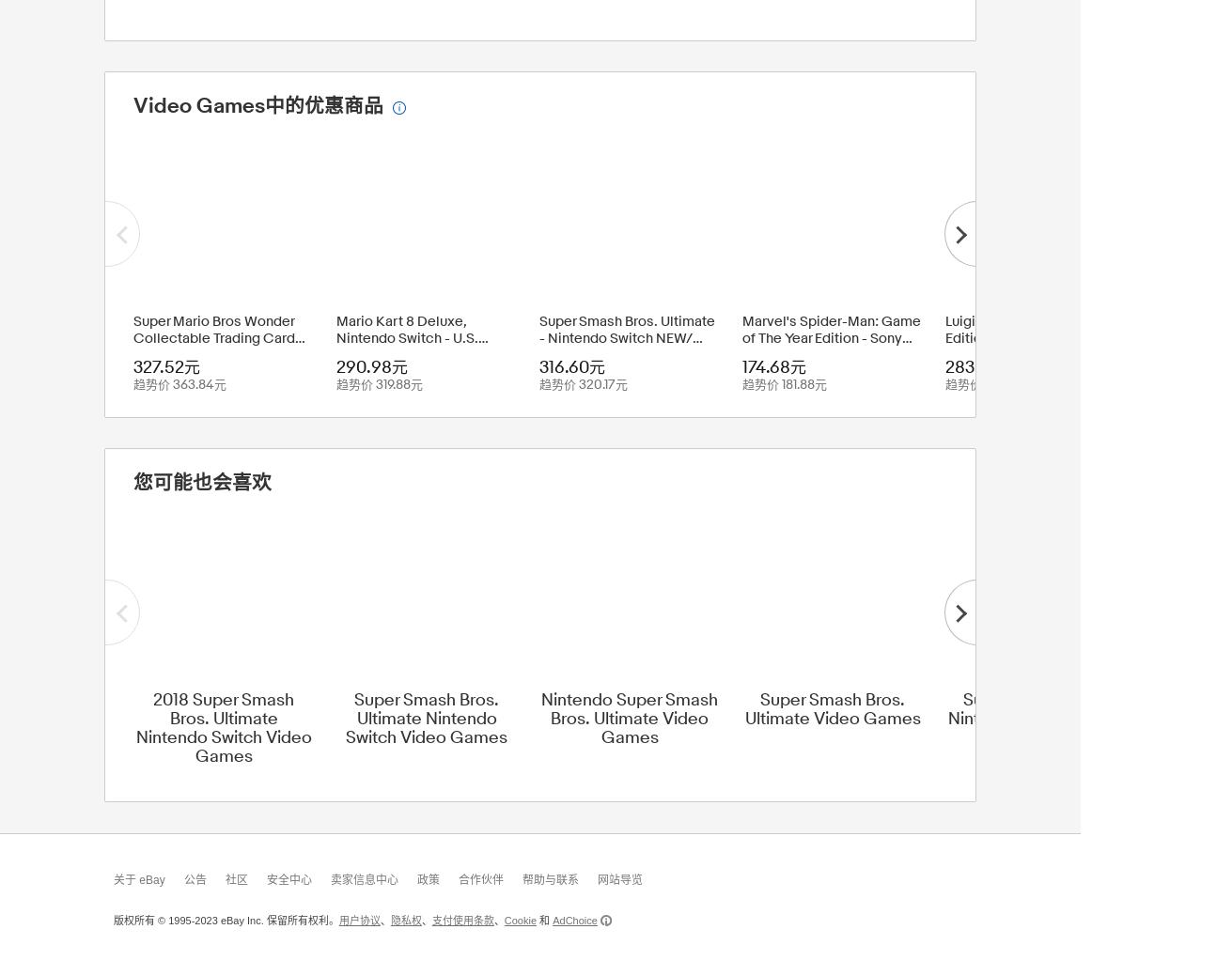  I want to click on 'Super Smash Bros. Nintendo Switch Video Games', so click(1035, 716).